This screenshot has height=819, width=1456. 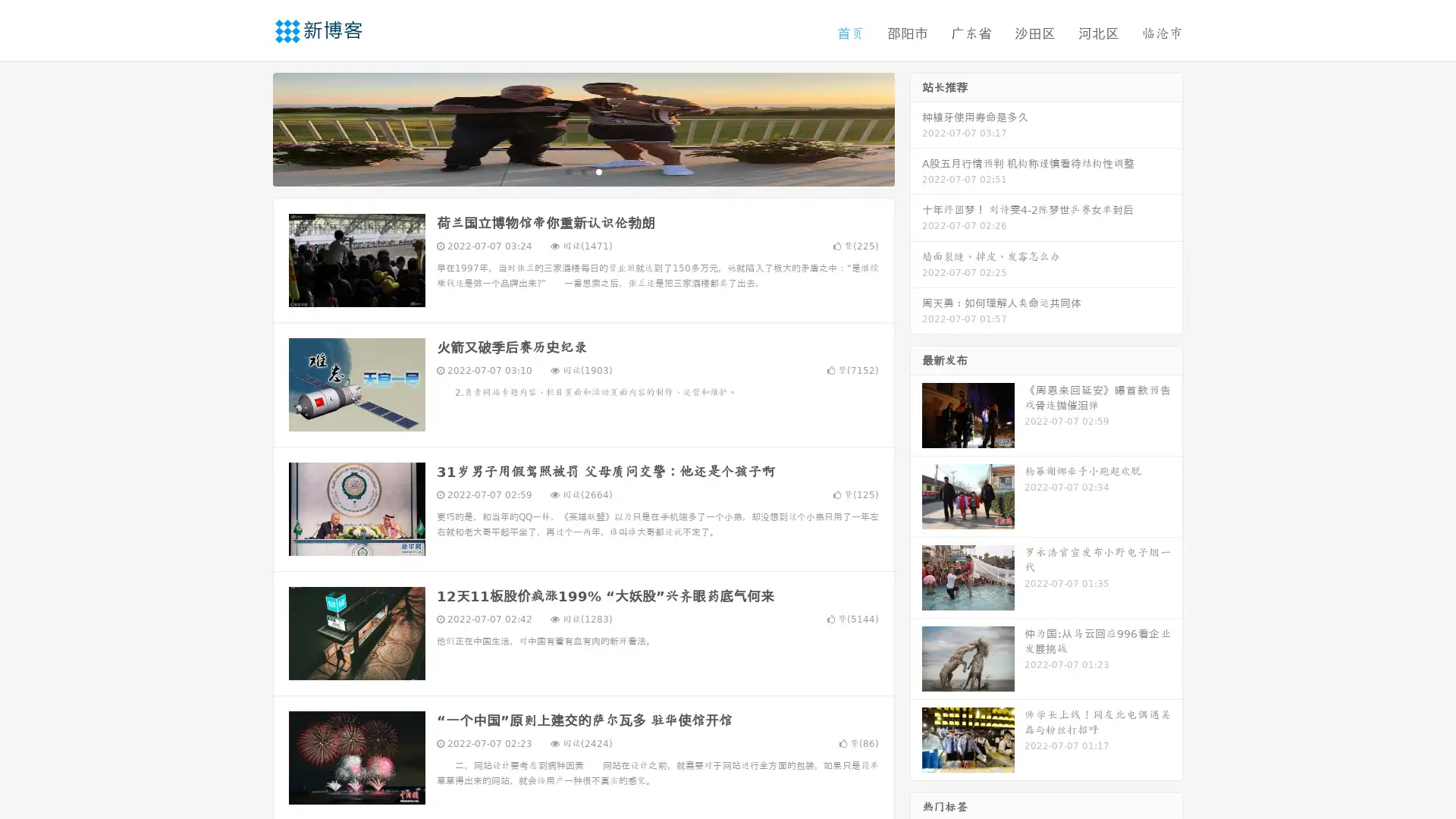 I want to click on Next slide, so click(x=916, y=127).